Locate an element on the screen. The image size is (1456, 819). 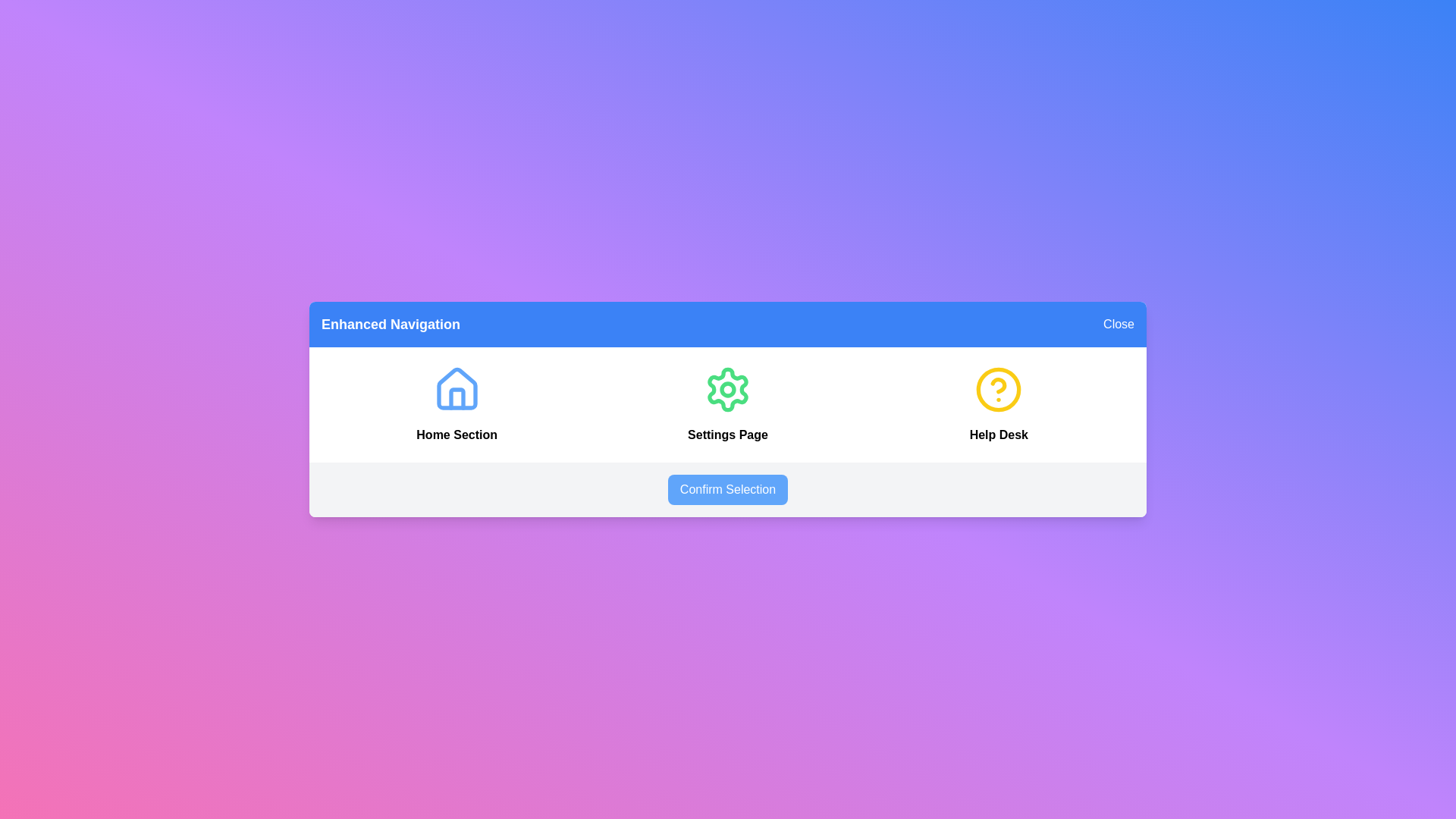
the 'Close' button to see the hover effect is located at coordinates (1119, 324).